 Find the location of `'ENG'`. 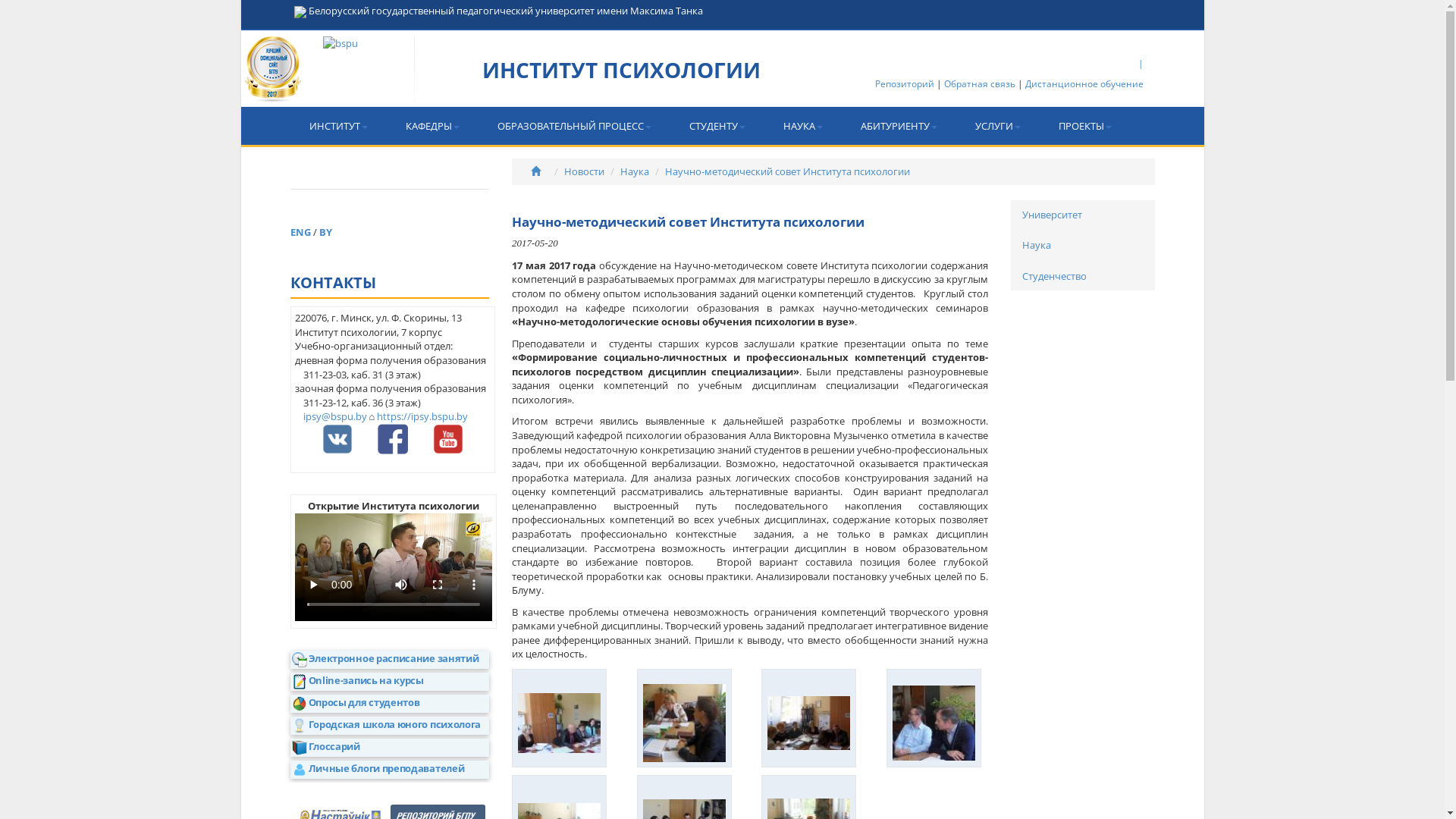

'ENG' is located at coordinates (301, 231).